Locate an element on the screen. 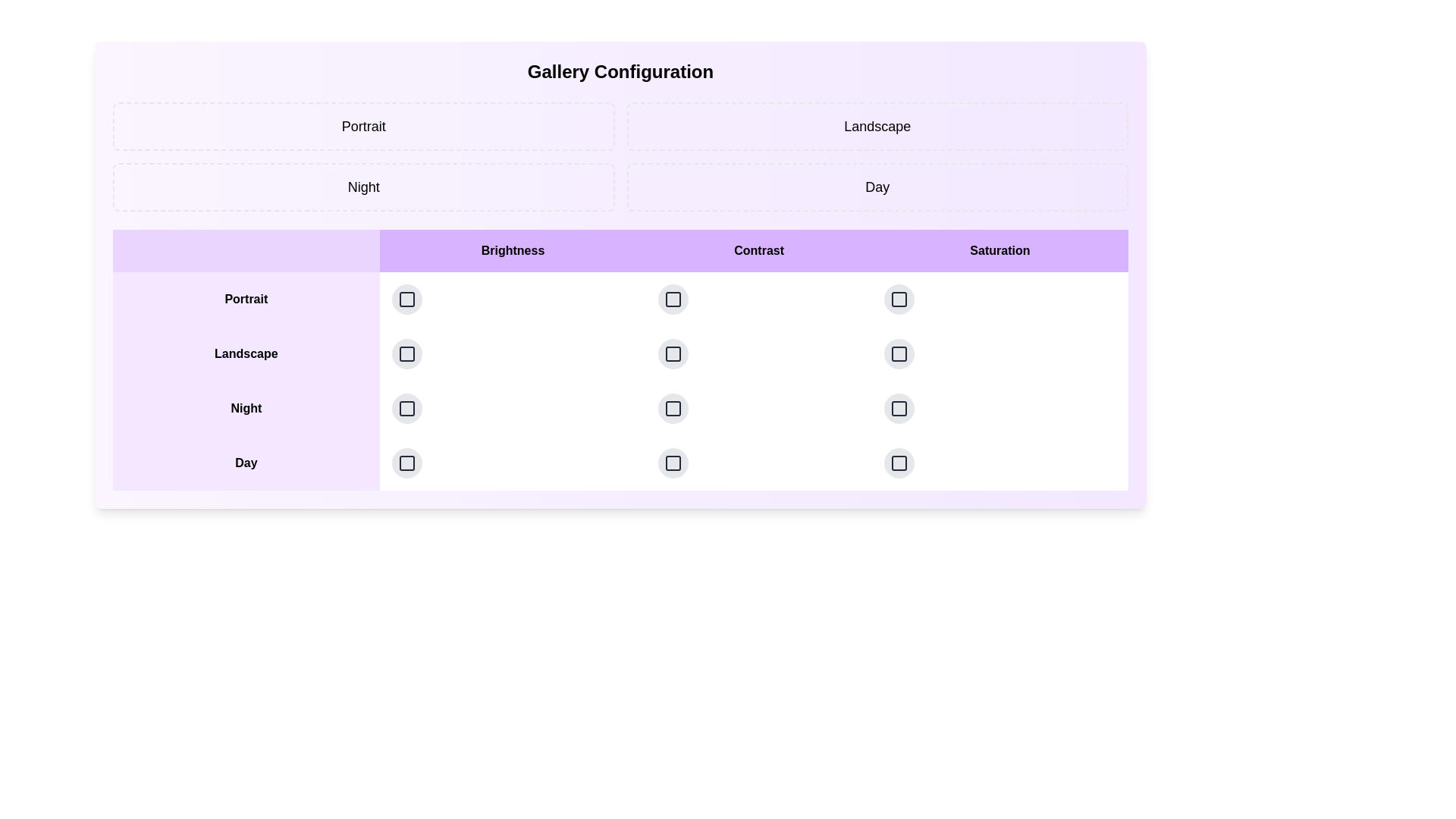  the text label element that contains the word 'Landscape', which is styled with center alignment and is positioned in the second row of a four-section grid is located at coordinates (877, 125).